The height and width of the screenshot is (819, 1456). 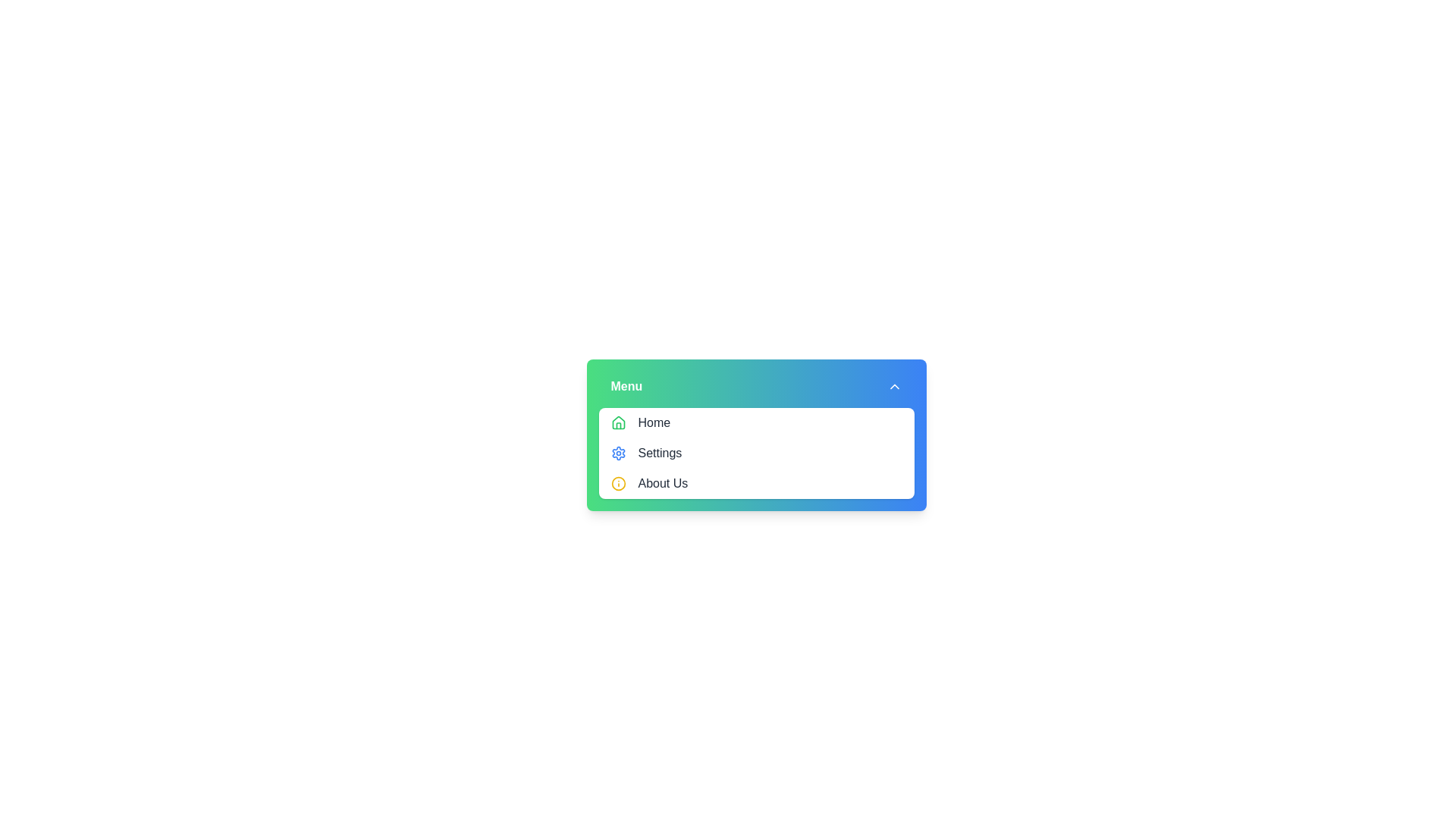 What do you see at coordinates (663, 483) in the screenshot?
I see `the 'About Us' menu item in the dropdown menu` at bounding box center [663, 483].